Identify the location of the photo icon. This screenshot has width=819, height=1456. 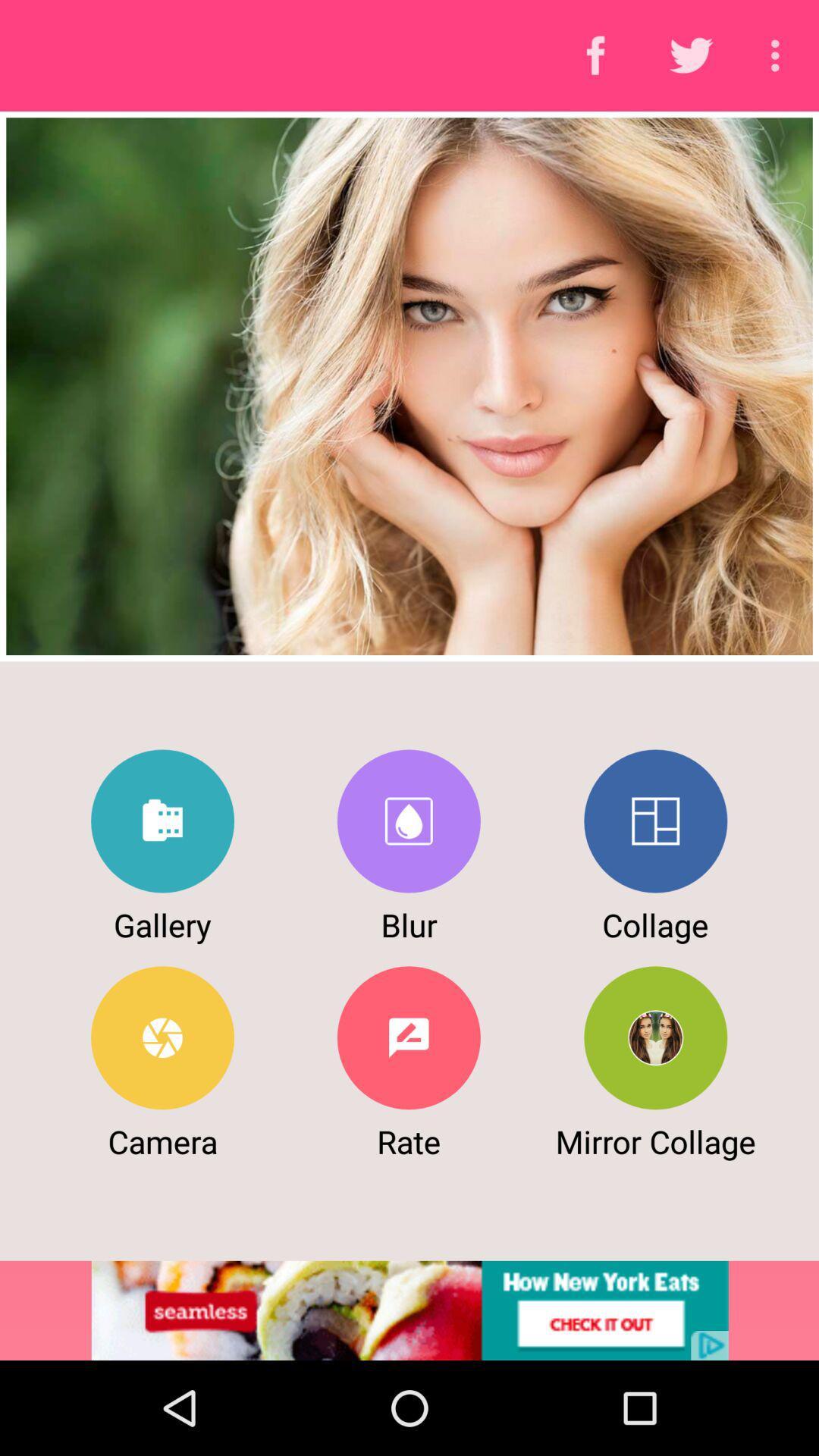
(408, 821).